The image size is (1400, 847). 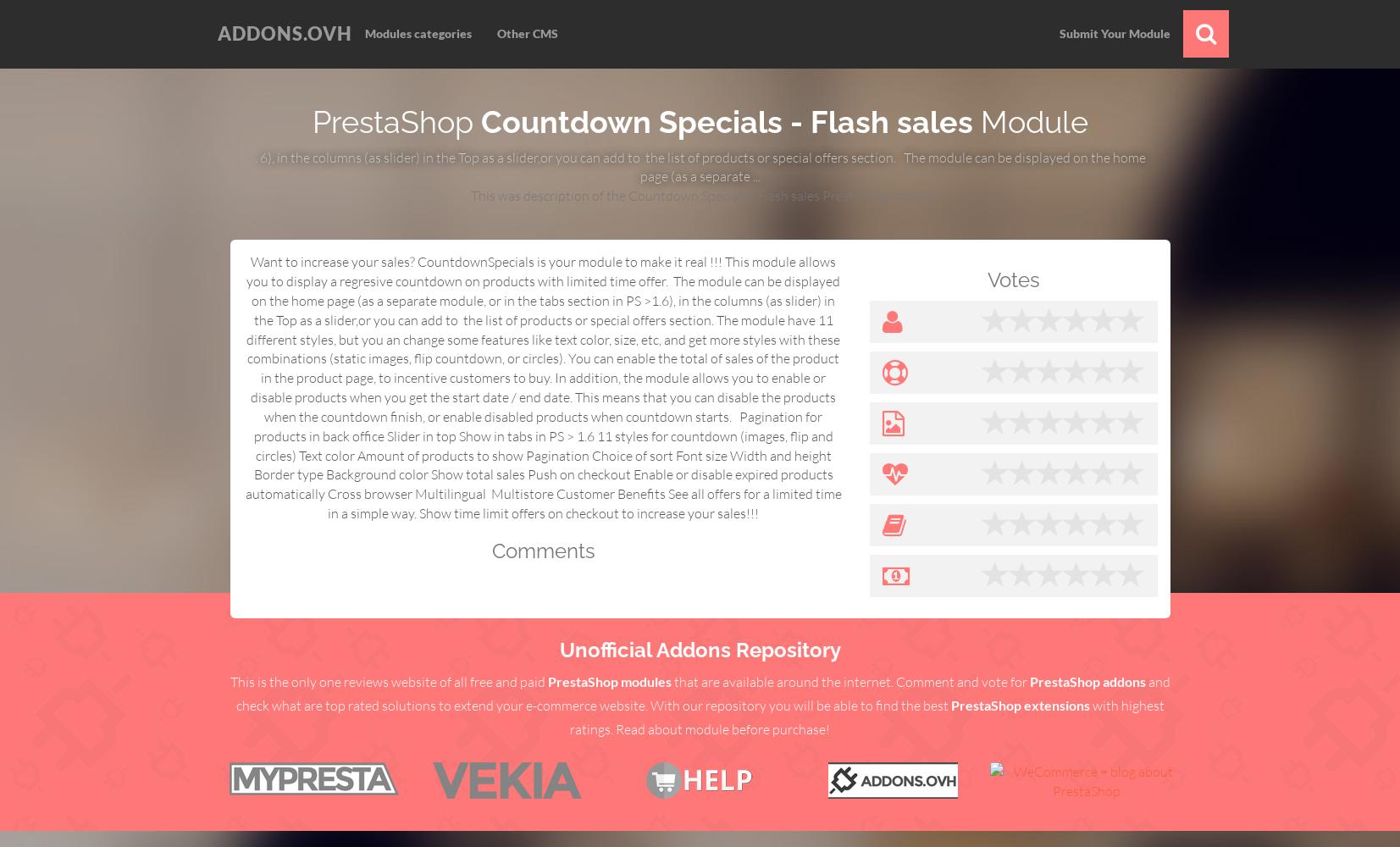 What do you see at coordinates (387, 681) in the screenshot?
I see `'This is the only one reviews website of all free and paid'` at bounding box center [387, 681].